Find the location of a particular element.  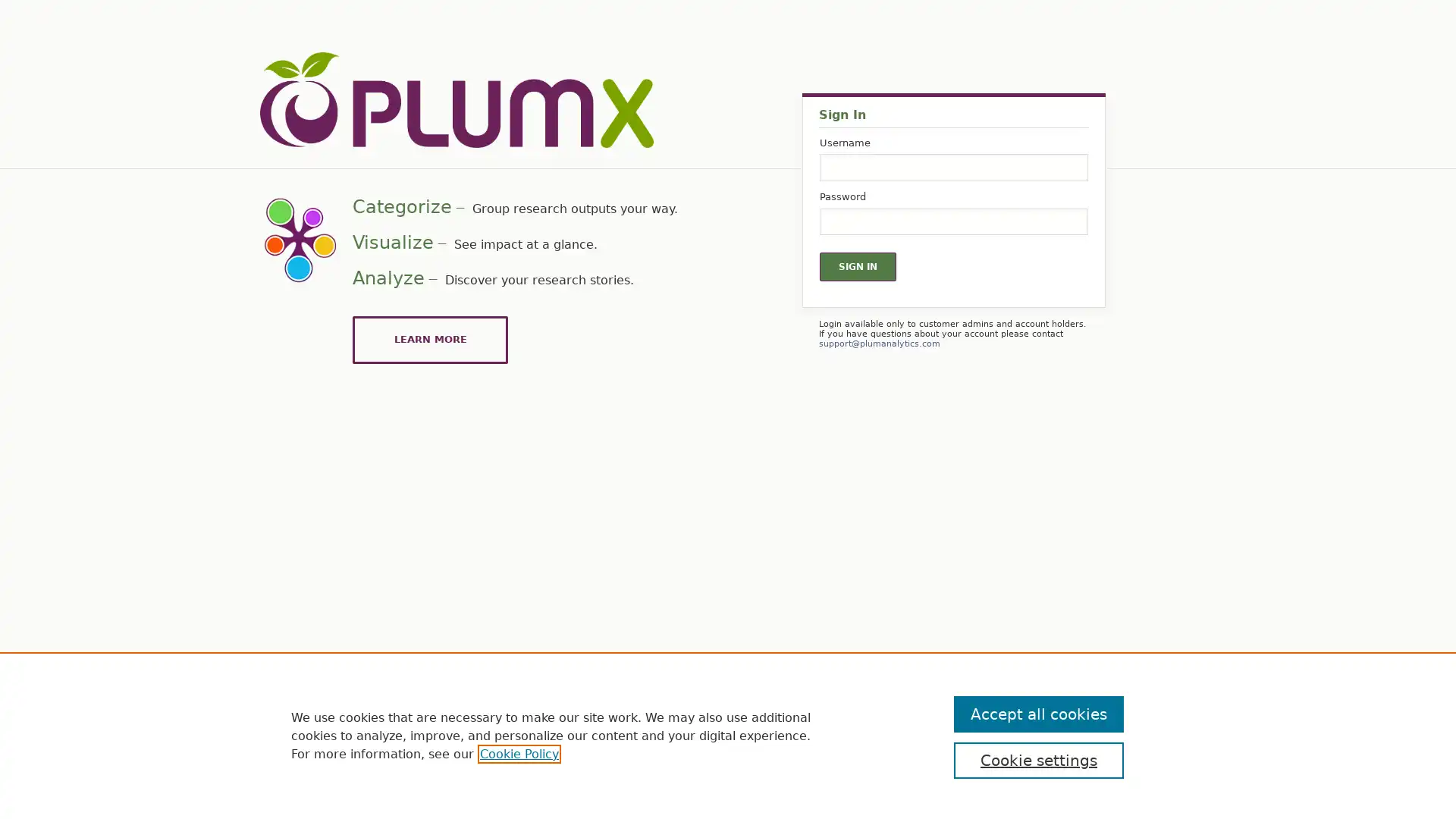

Cookie settings is located at coordinates (1037, 760).